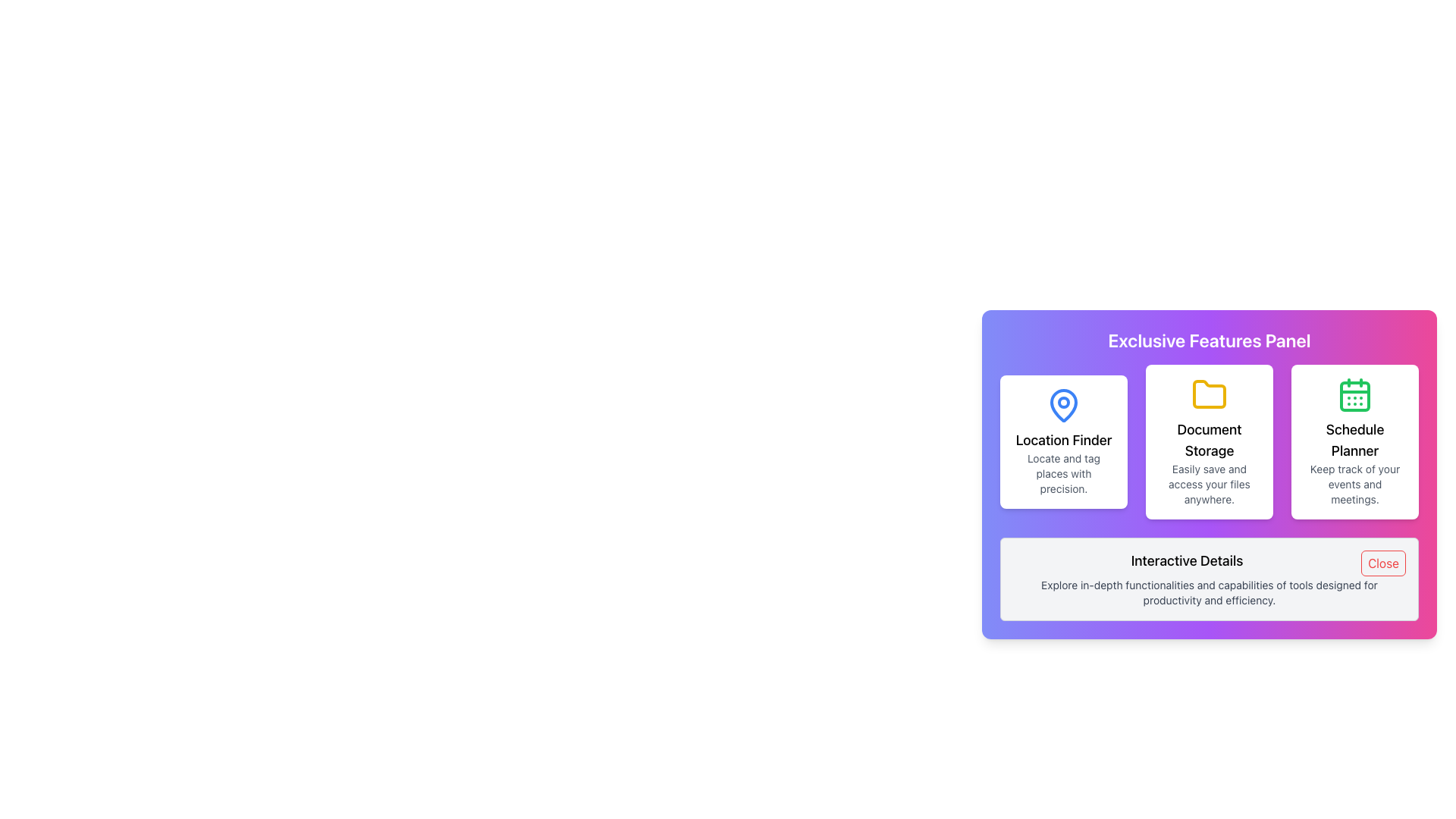 Image resolution: width=1456 pixels, height=819 pixels. I want to click on the first card in the horizontal series of three cards for the 'Location Finder' feature, which is positioned on the leftmost side, so click(1062, 441).